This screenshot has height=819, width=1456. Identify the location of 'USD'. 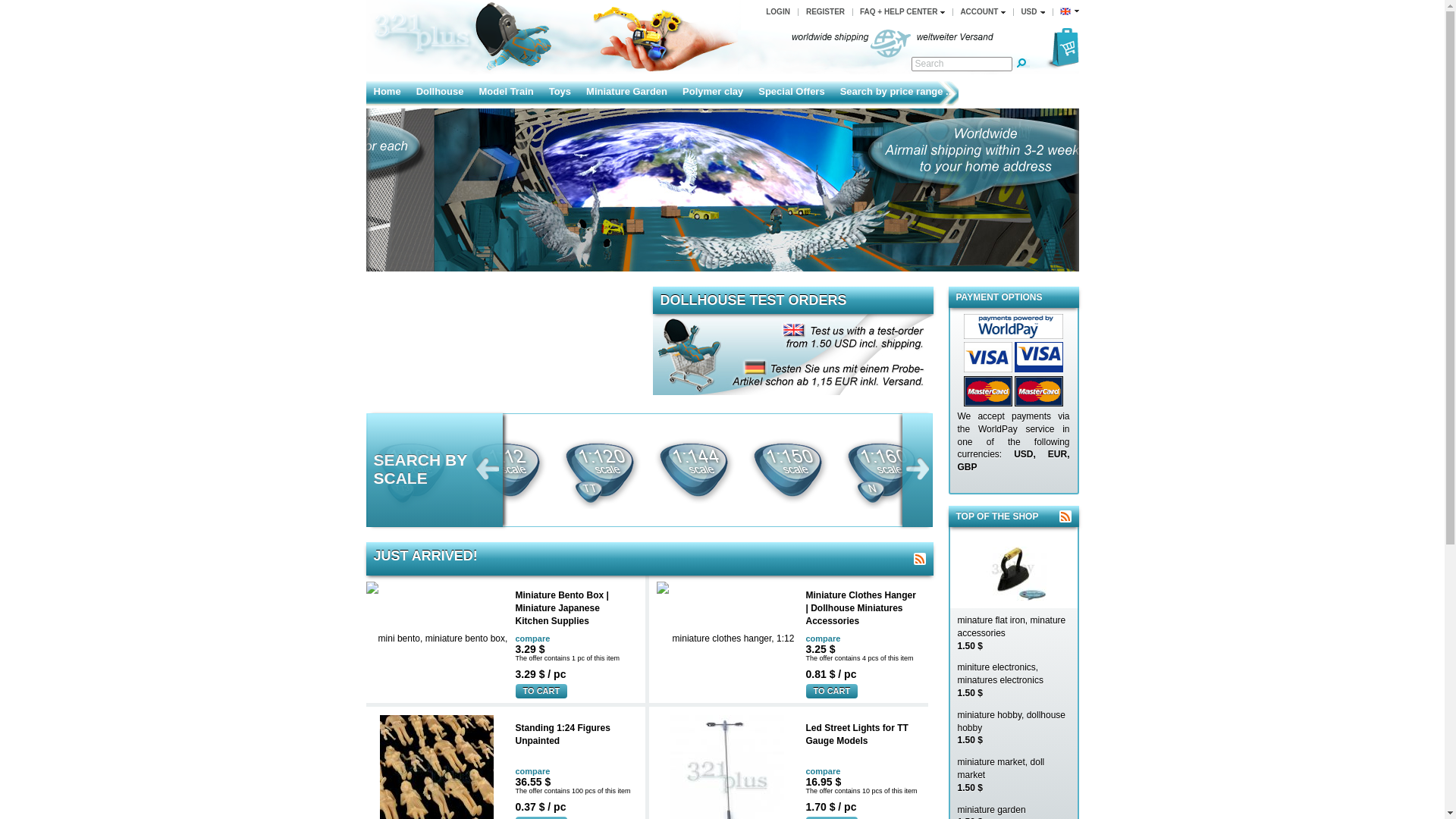
(1020, 11).